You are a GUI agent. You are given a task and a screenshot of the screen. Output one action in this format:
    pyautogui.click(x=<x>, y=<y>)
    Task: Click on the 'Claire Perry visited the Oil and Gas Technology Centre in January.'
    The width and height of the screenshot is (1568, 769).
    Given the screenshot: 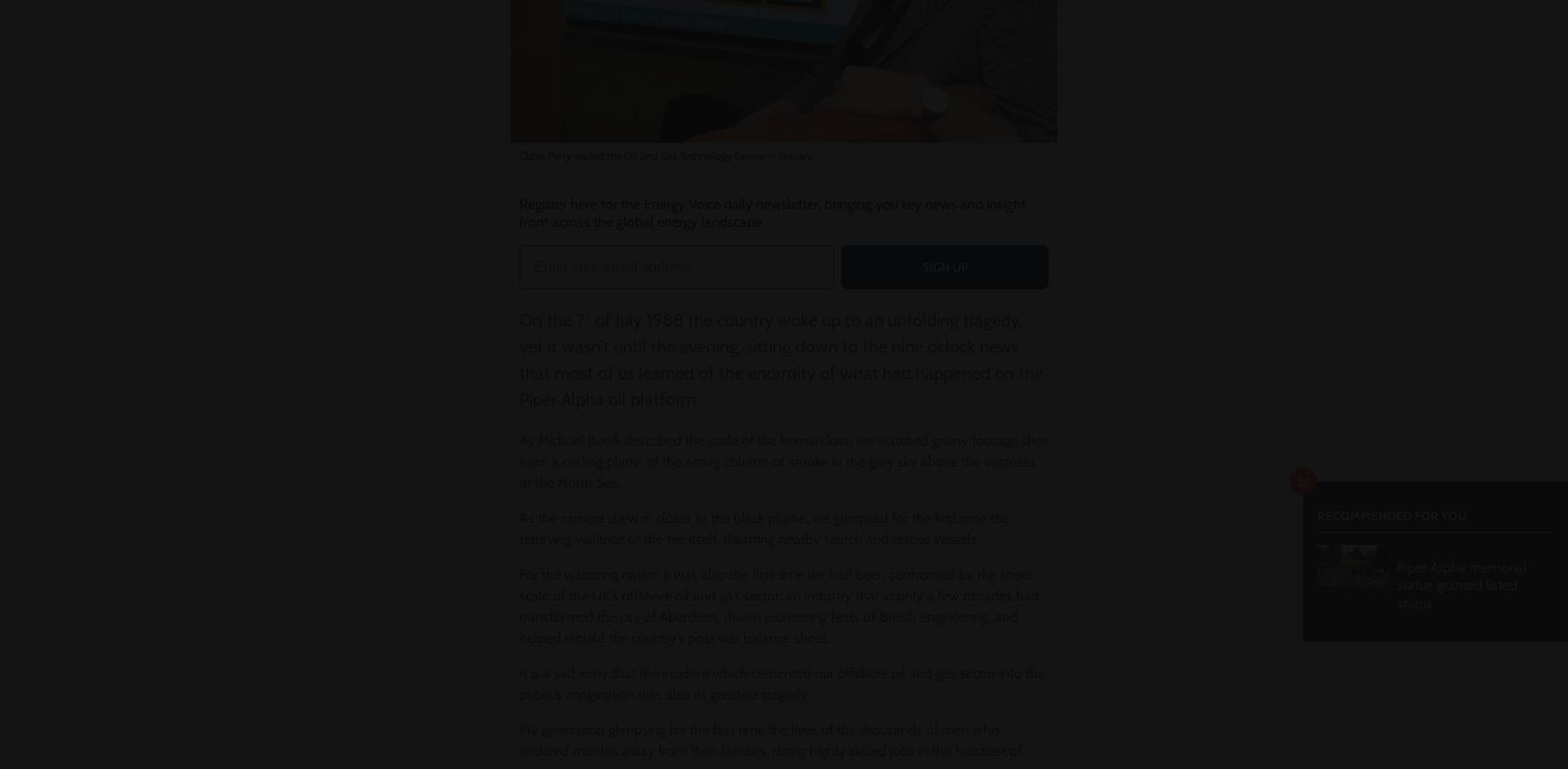 What is the action you would take?
    pyautogui.click(x=666, y=154)
    